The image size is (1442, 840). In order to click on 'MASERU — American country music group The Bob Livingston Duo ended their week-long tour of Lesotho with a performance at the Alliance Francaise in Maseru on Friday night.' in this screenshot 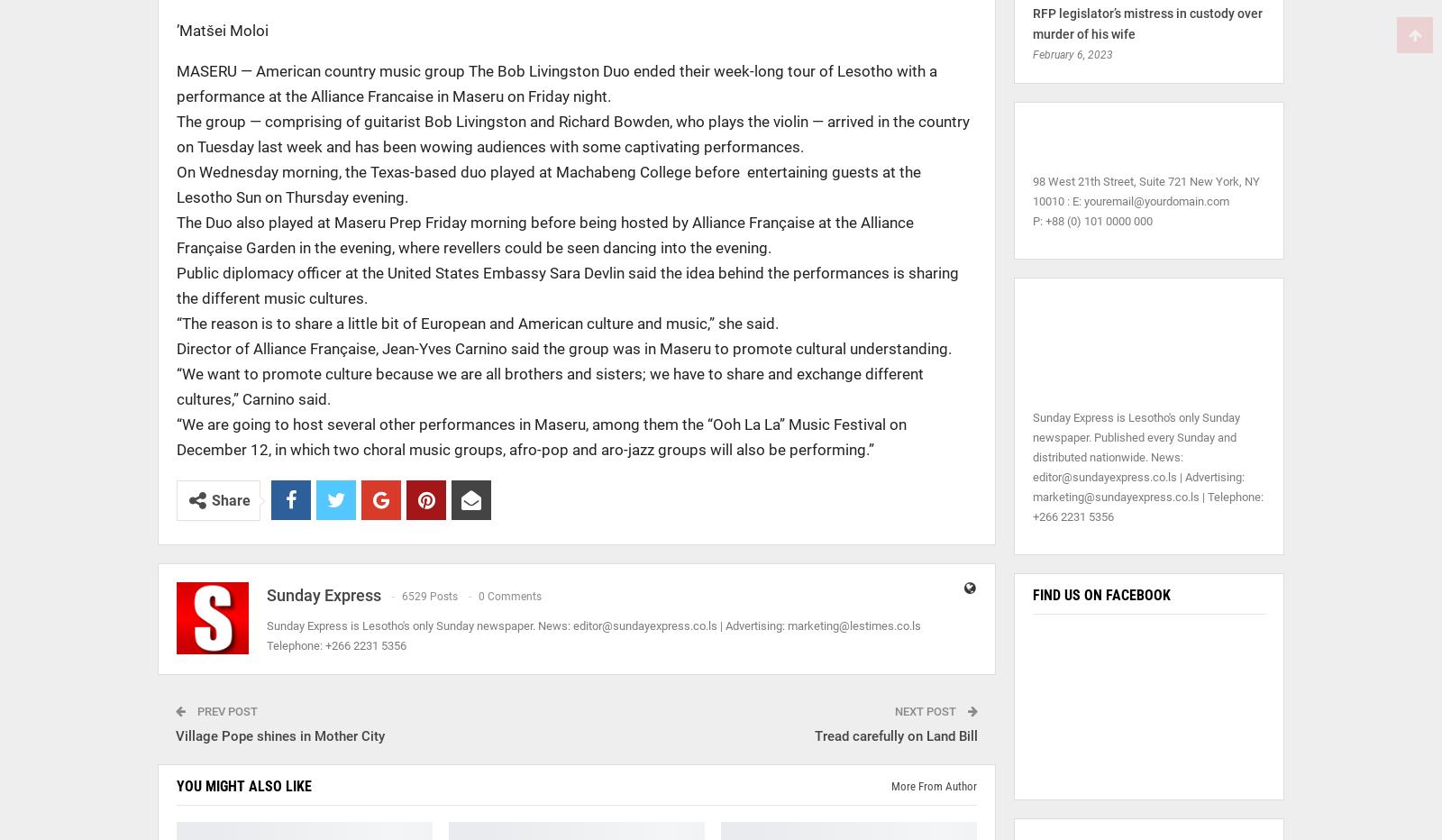, I will do `click(556, 84)`.